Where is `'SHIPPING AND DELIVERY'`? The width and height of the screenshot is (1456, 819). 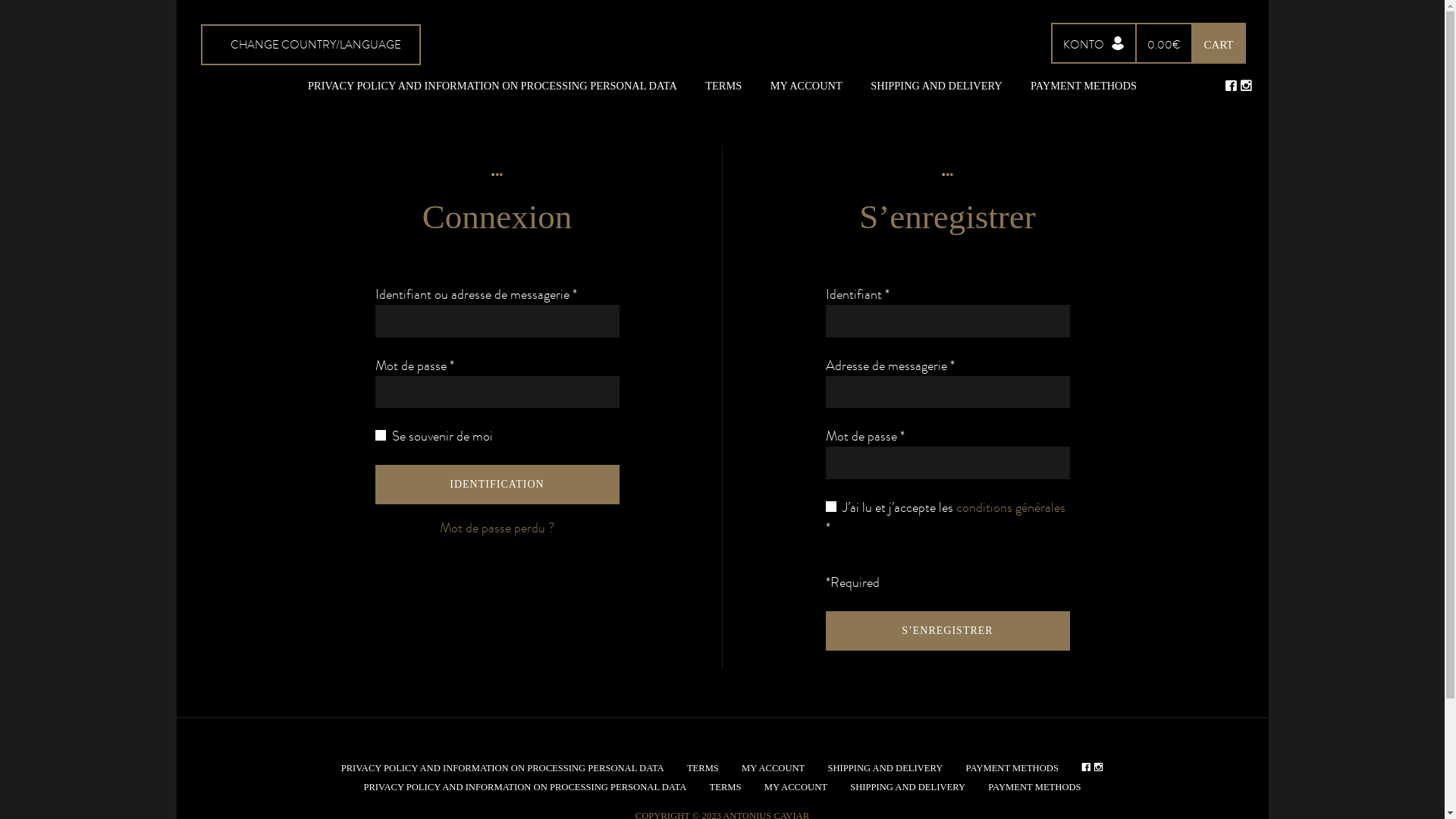 'SHIPPING AND DELIVERY' is located at coordinates (907, 786).